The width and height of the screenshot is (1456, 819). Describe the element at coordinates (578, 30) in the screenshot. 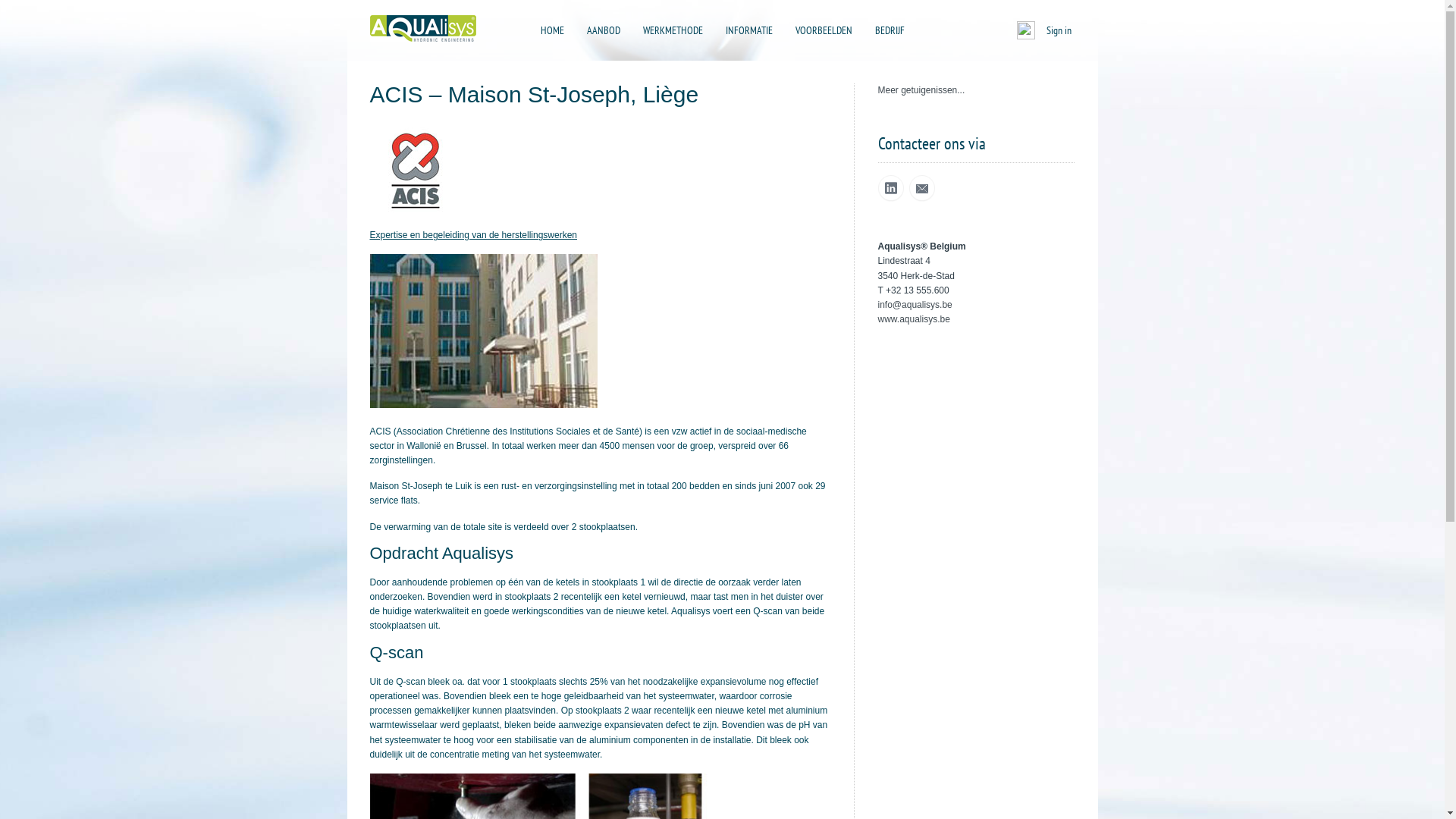

I see `'AANBOD'` at that location.